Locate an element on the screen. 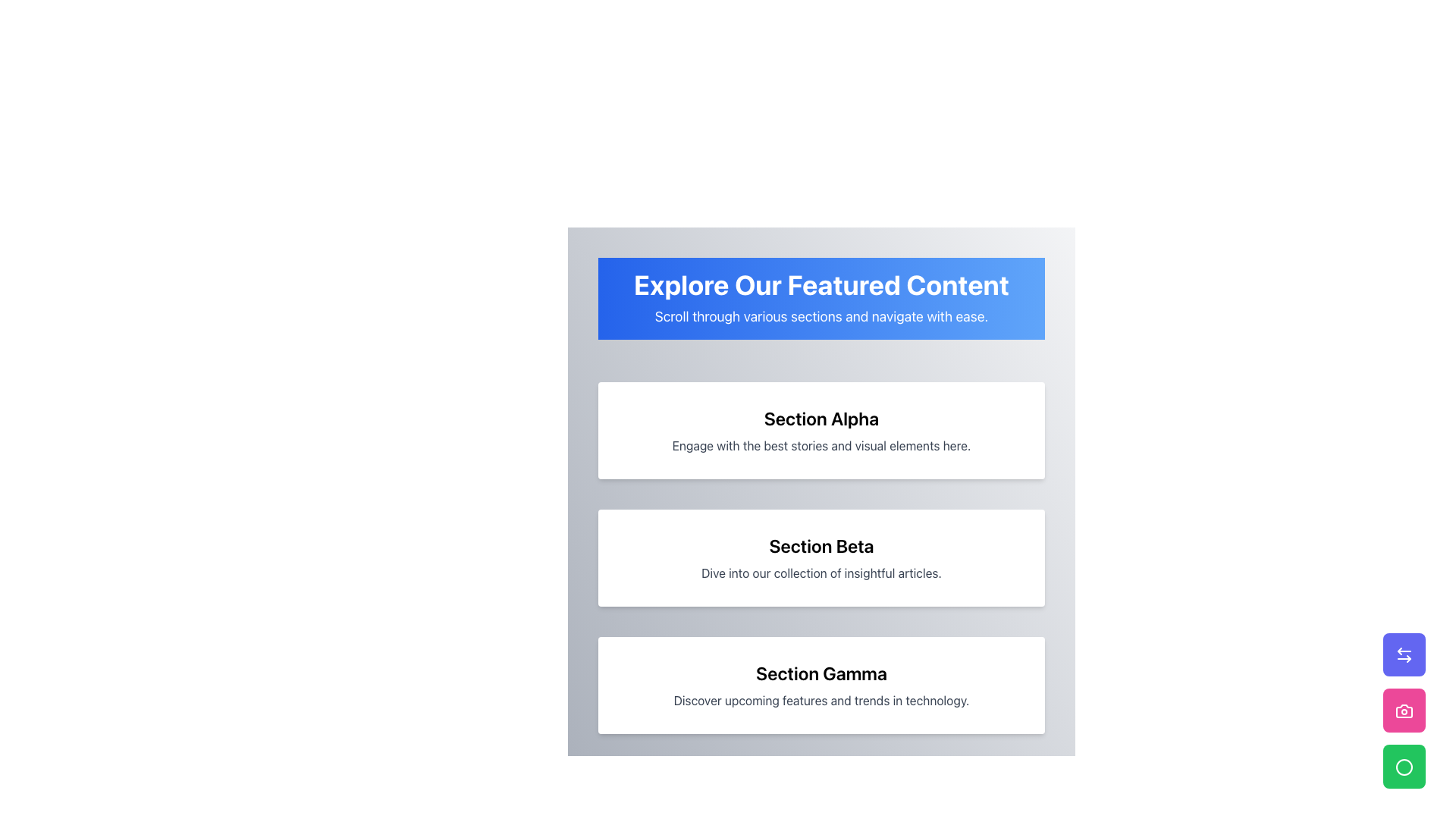 The height and width of the screenshot is (819, 1456). the text label reading 'Section Gamma', which is the top textual component of the third section card, styled in bold and large-size text, horizontally centered on a white card is located at coordinates (821, 672).